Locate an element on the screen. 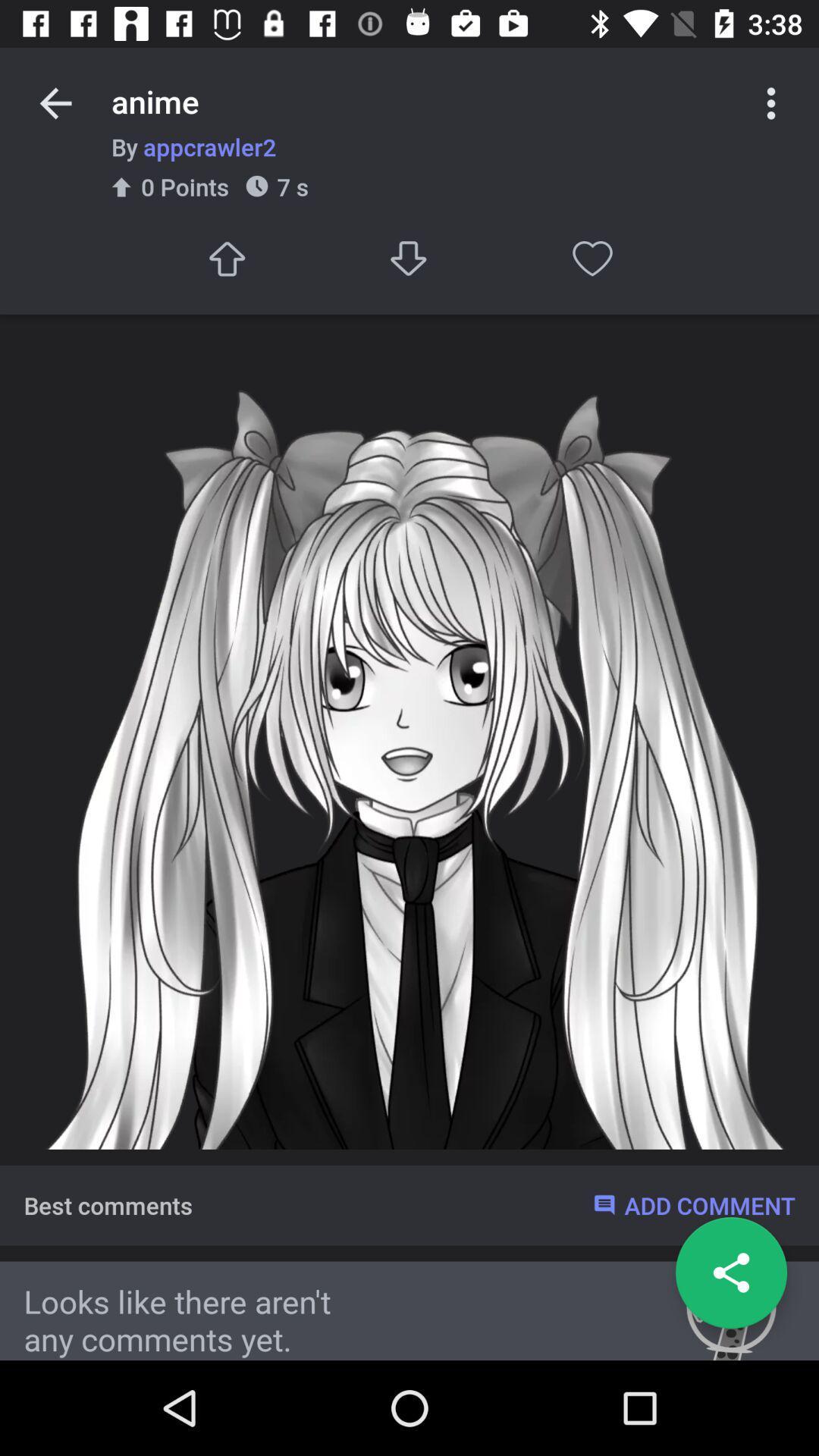 This screenshot has width=819, height=1456. the more icon is located at coordinates (771, 102).